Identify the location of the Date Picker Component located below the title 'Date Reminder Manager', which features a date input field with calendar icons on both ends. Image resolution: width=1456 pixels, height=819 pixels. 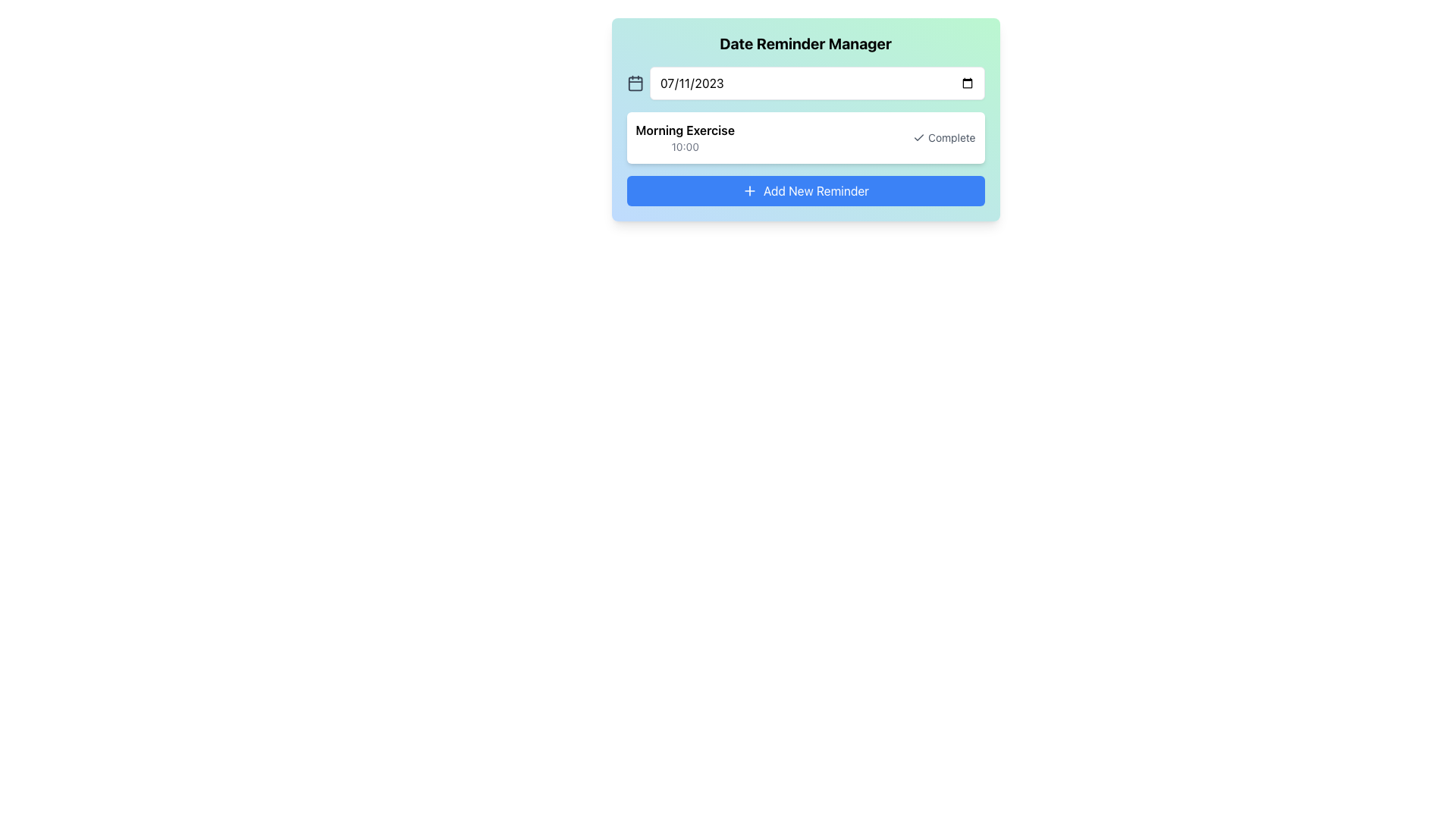
(805, 83).